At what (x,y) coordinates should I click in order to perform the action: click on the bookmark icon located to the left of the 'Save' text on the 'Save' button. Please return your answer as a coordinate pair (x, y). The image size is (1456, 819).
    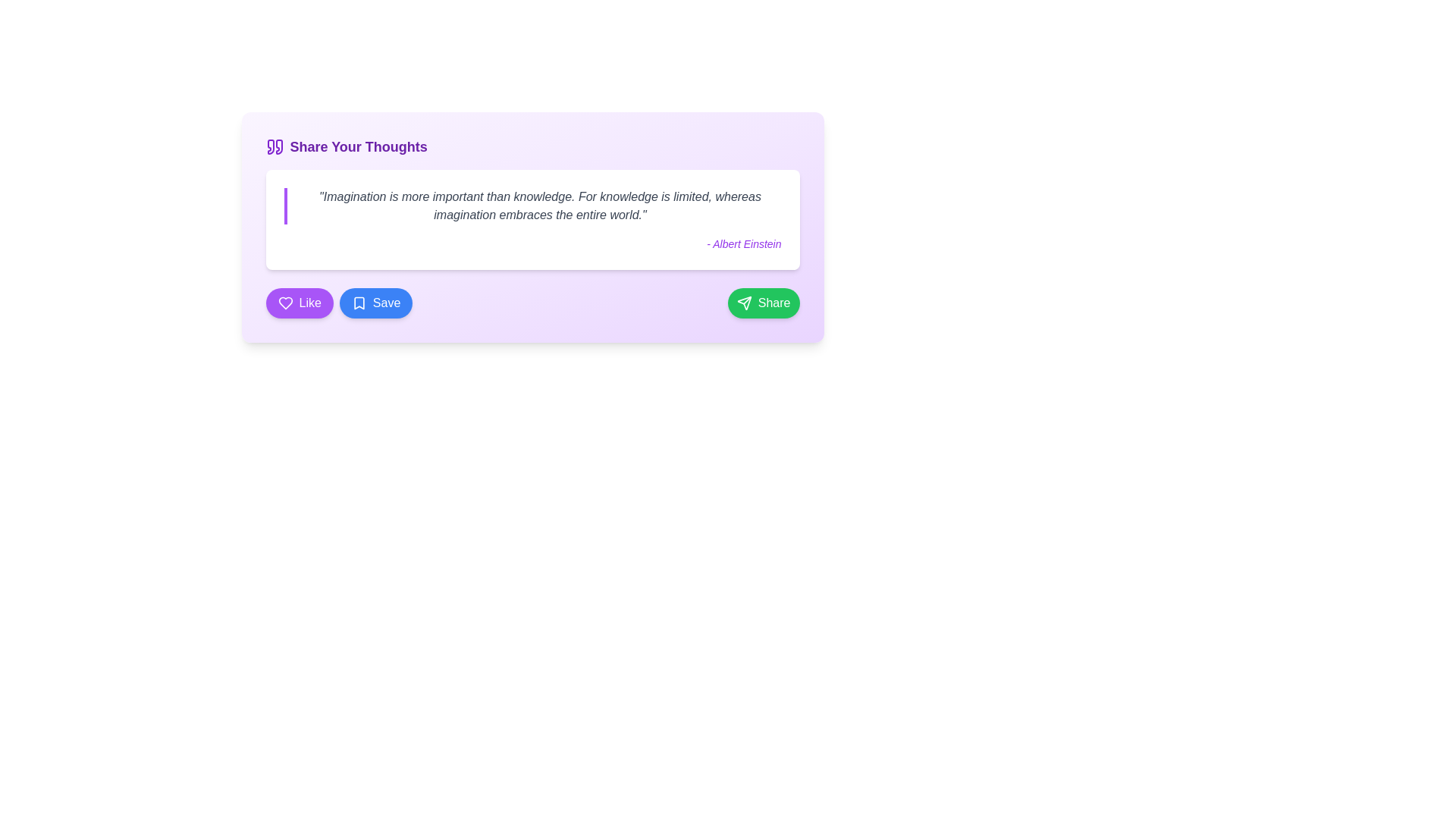
    Looking at the image, I should click on (358, 303).